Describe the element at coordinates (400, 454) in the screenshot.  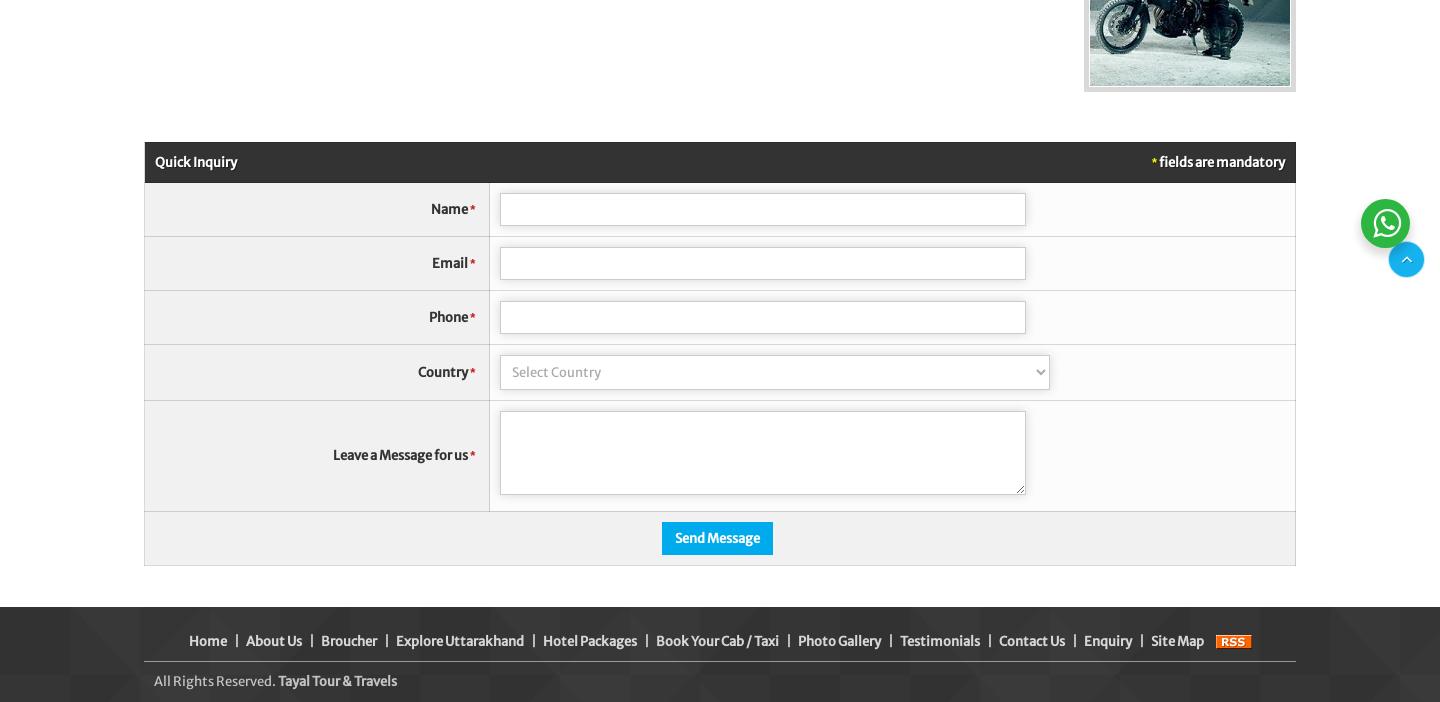
I see `'Leave a Message for us'` at that location.